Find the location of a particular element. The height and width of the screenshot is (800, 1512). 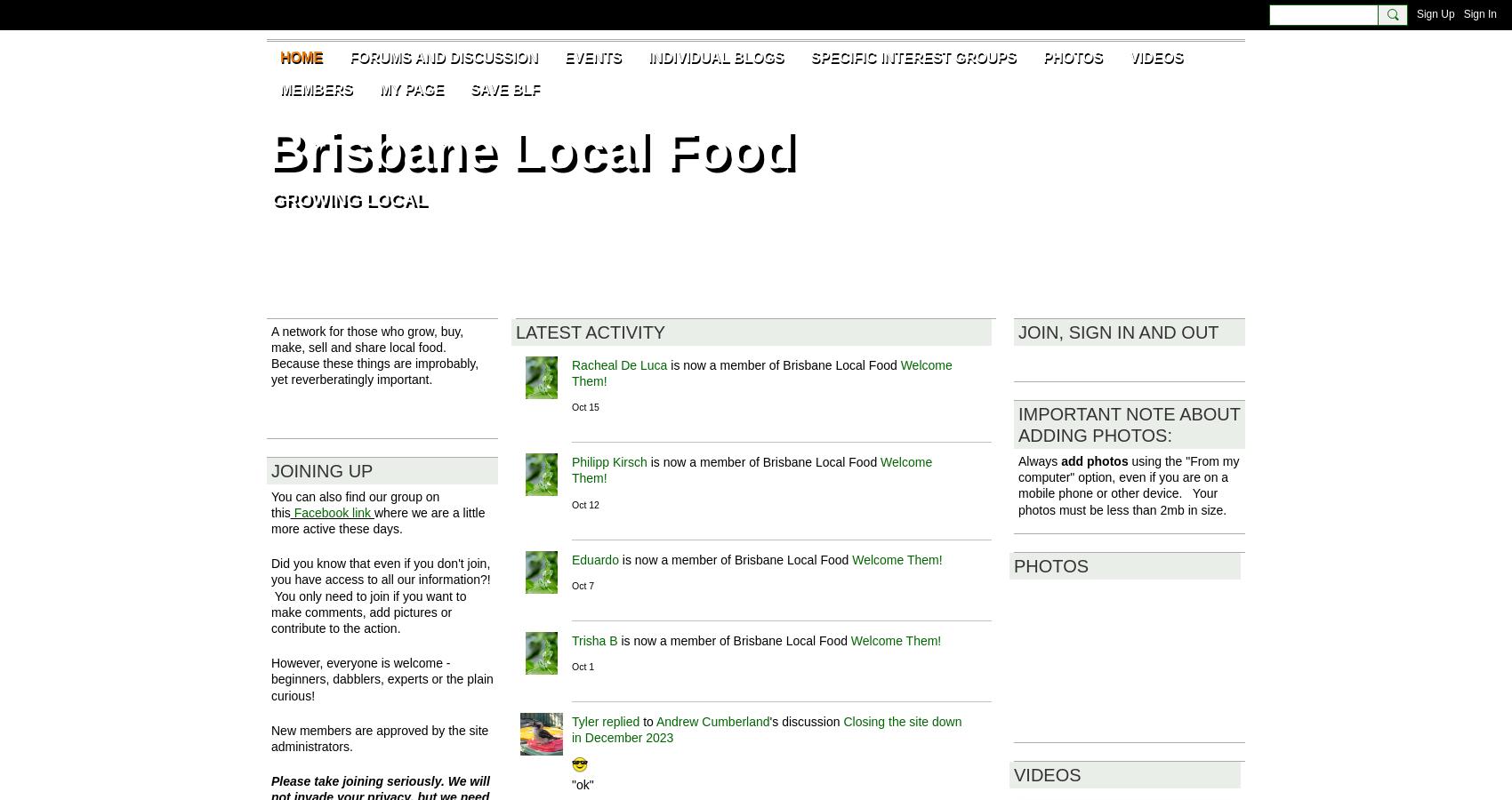

'Oct 15' is located at coordinates (571, 406).